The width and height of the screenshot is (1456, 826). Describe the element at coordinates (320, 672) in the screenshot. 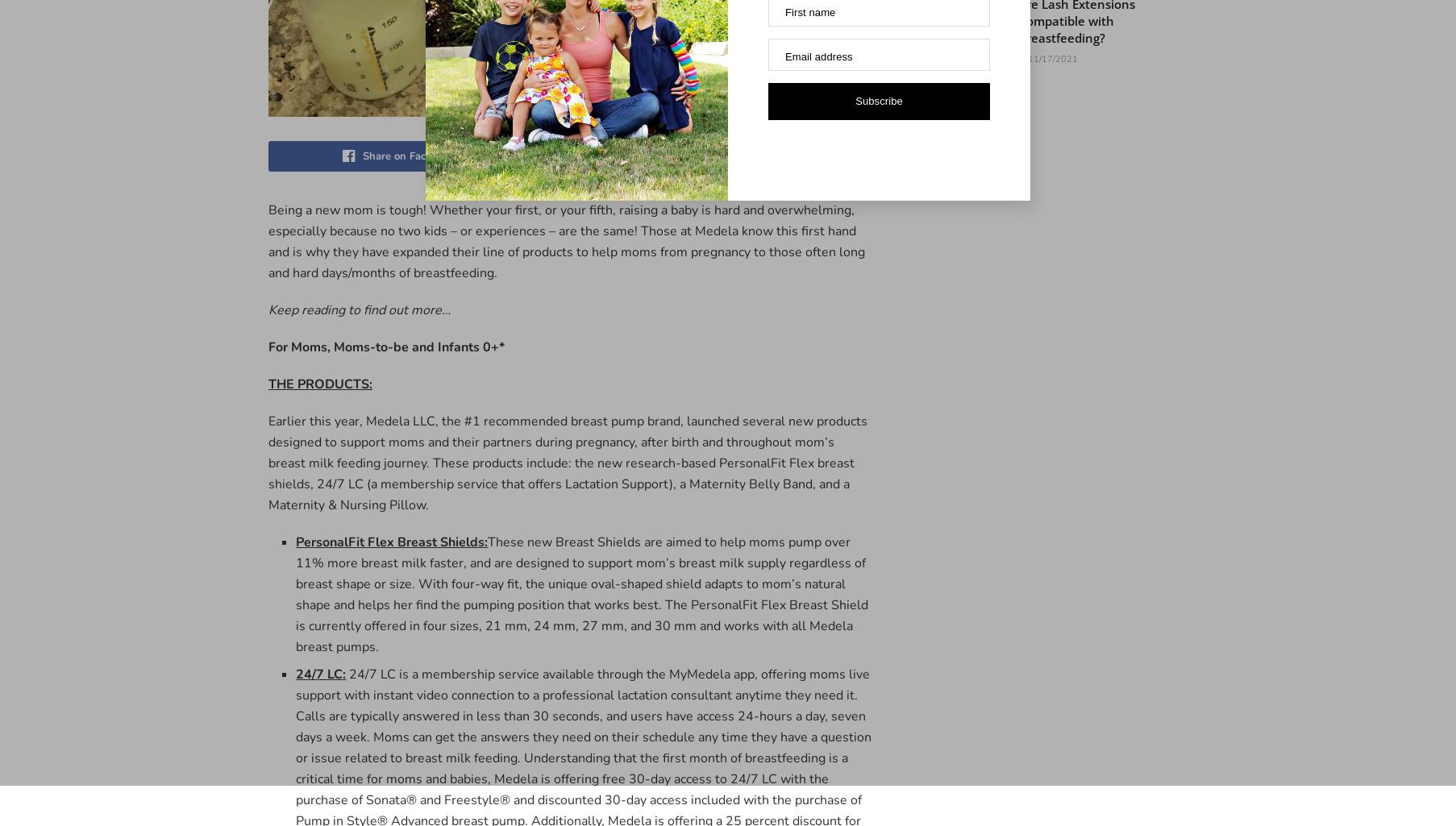

I see `'24/7 LC:'` at that location.